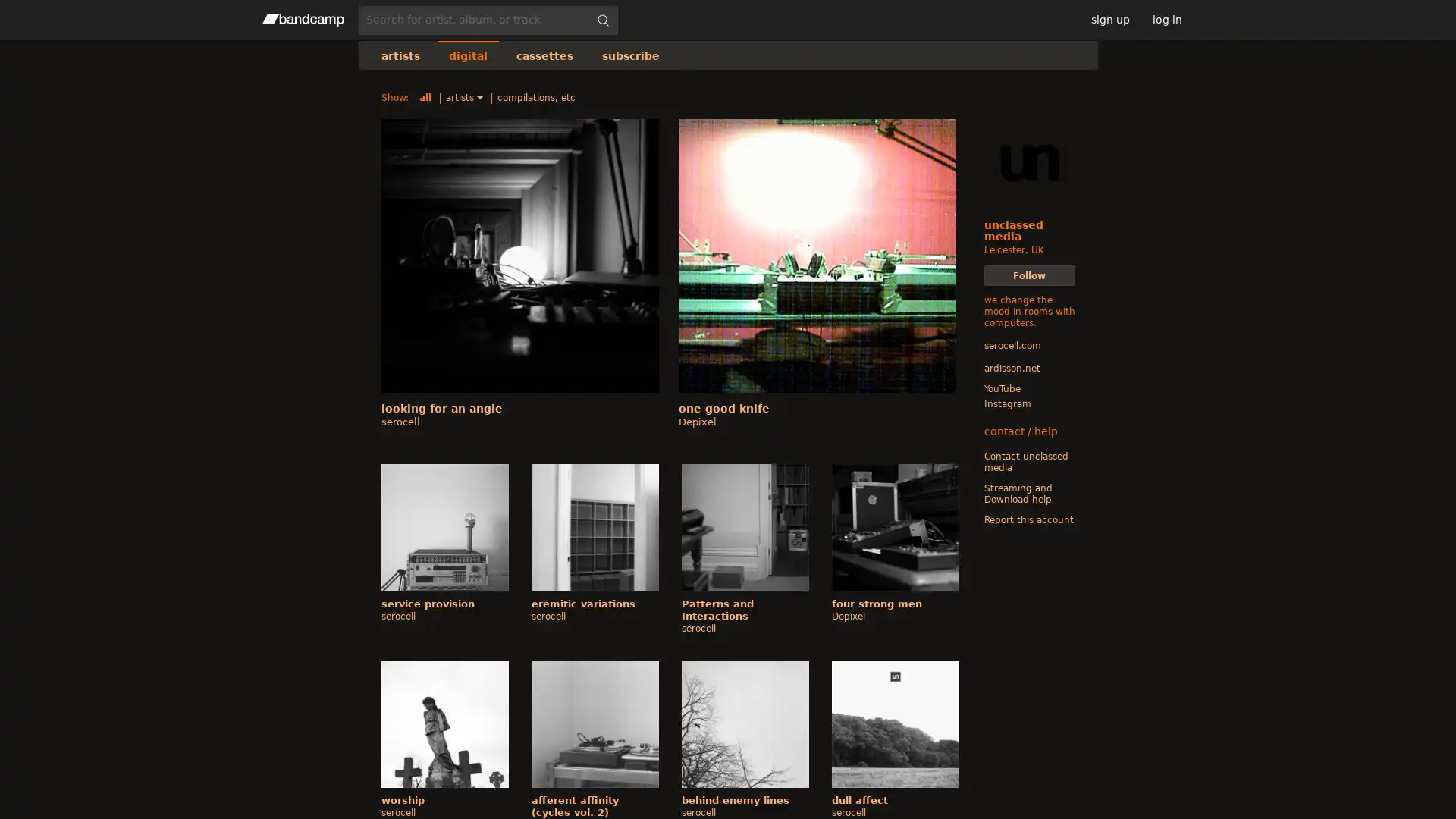  Describe the element at coordinates (602, 20) in the screenshot. I see `submit for full search page` at that location.